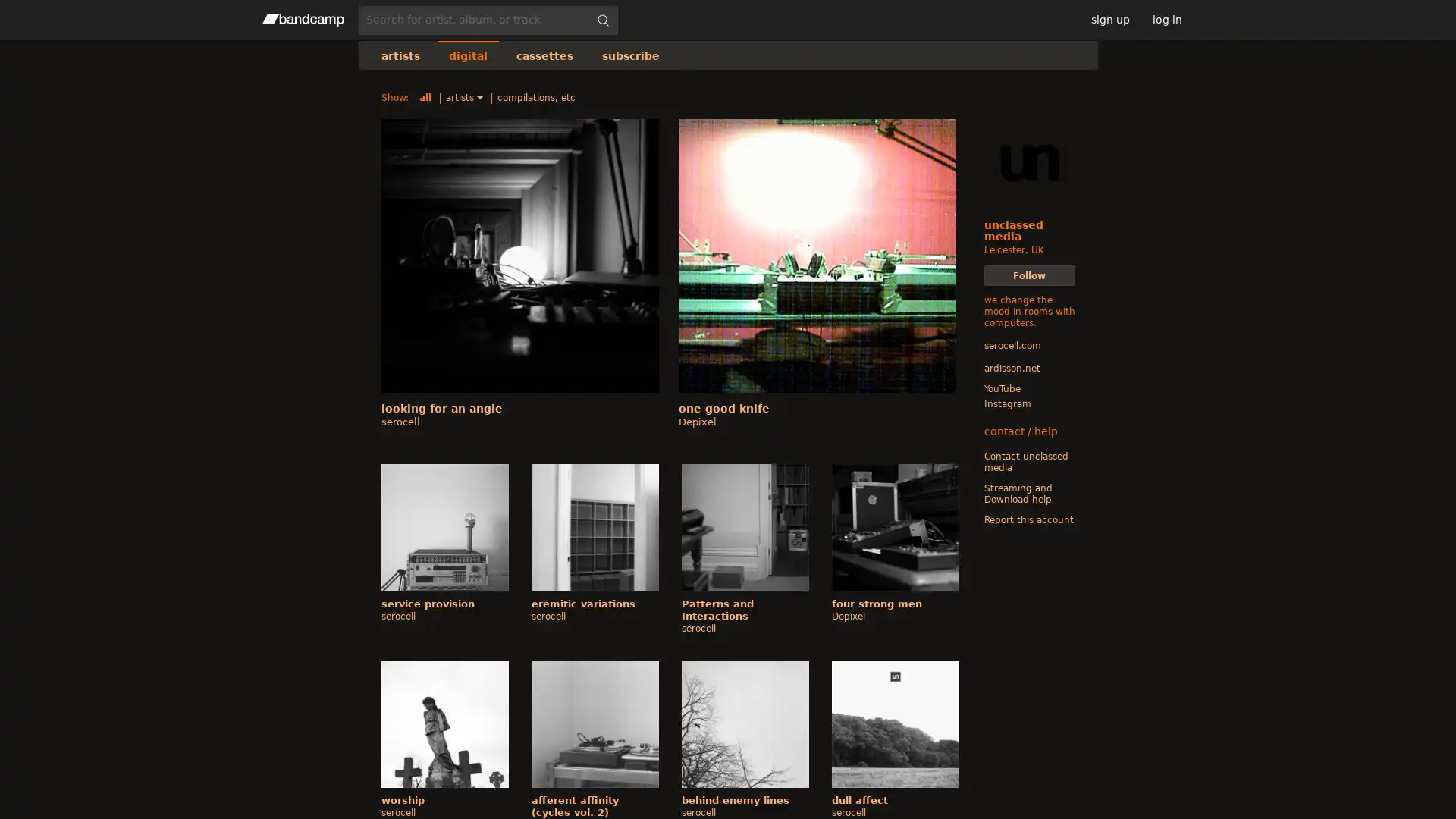  Describe the element at coordinates (602, 20) in the screenshot. I see `submit for full search page` at that location.